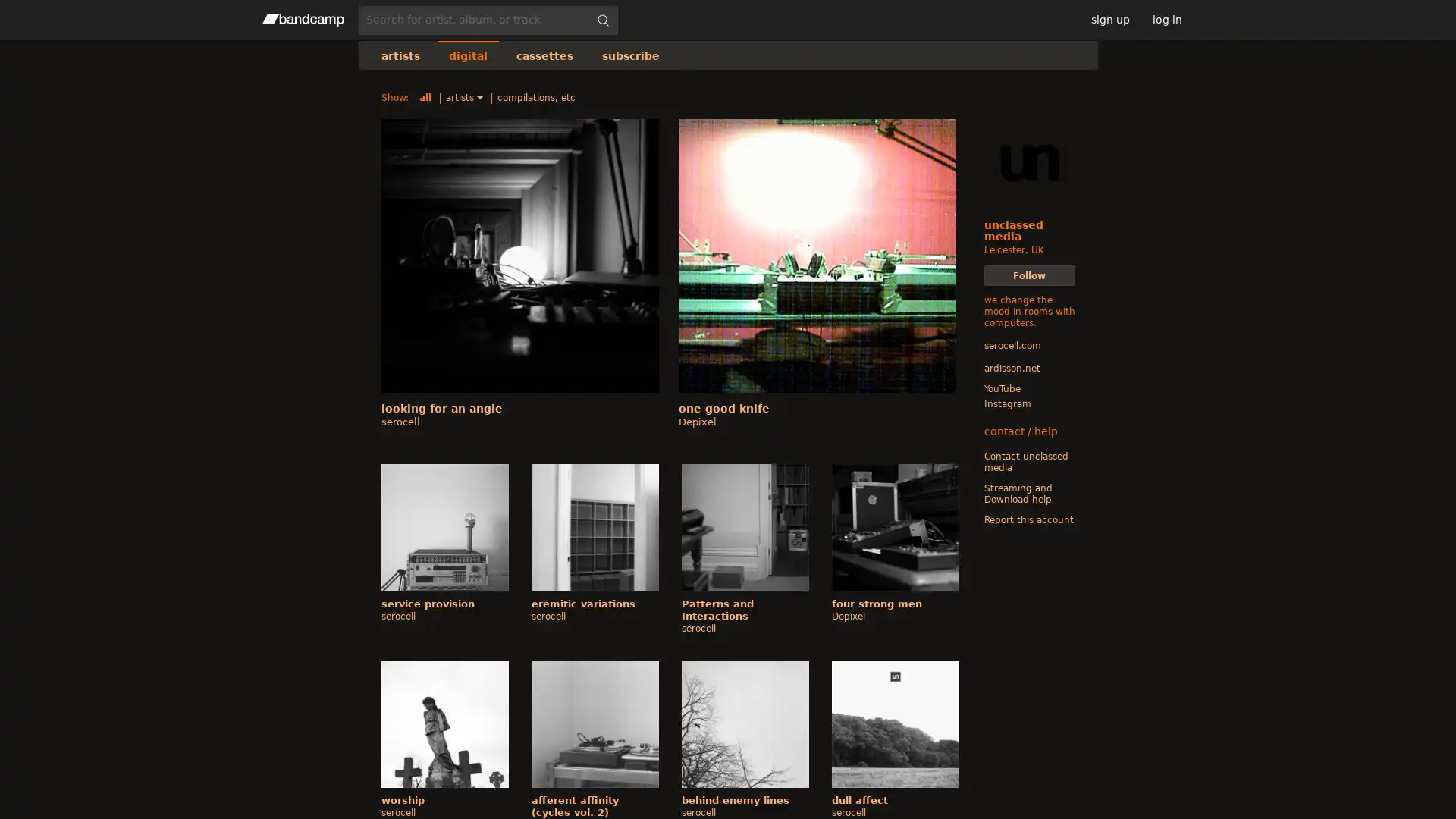  Describe the element at coordinates (602, 20) in the screenshot. I see `submit for full search page` at that location.